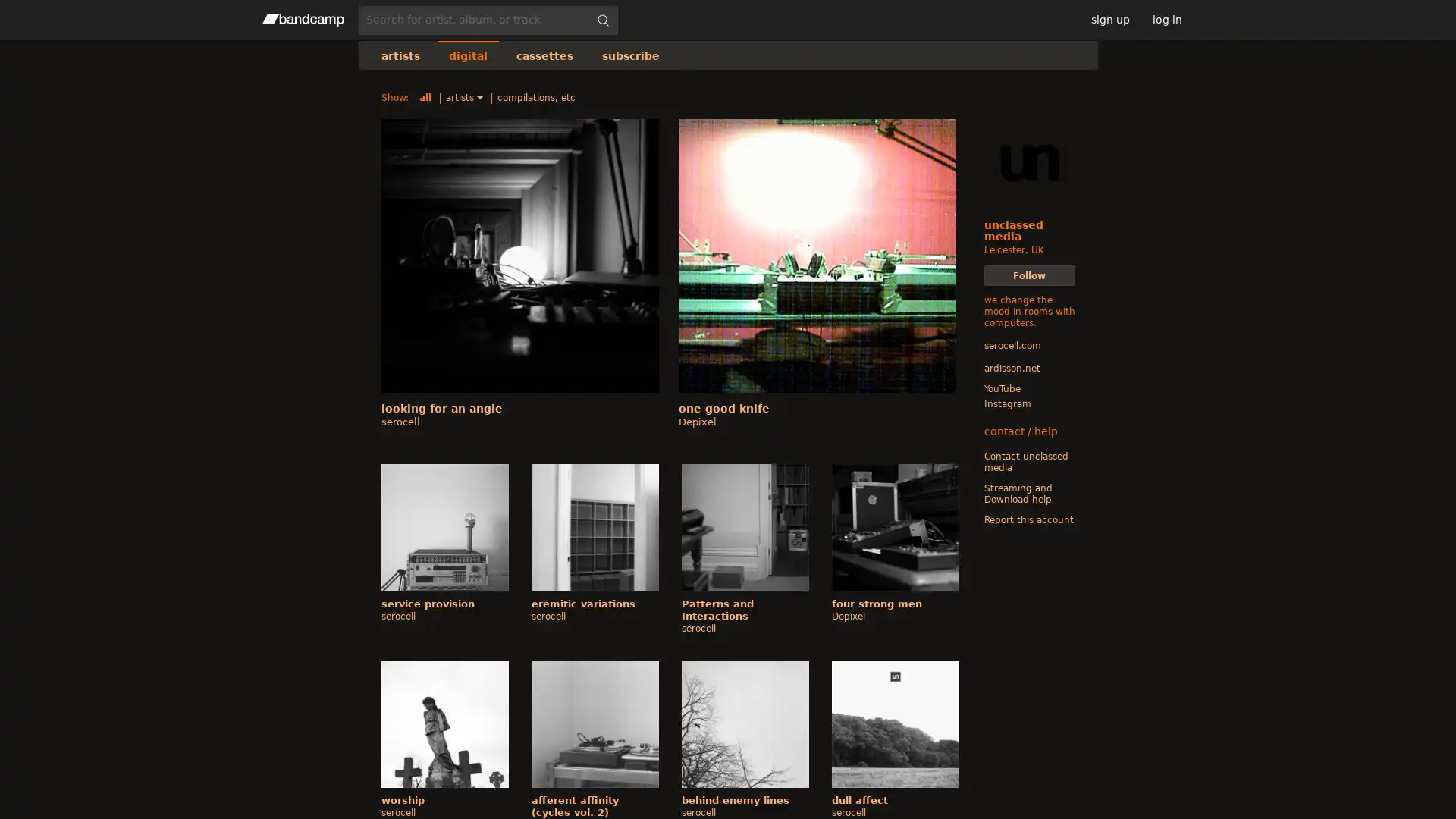  Describe the element at coordinates (602, 20) in the screenshot. I see `submit for full search page` at that location.